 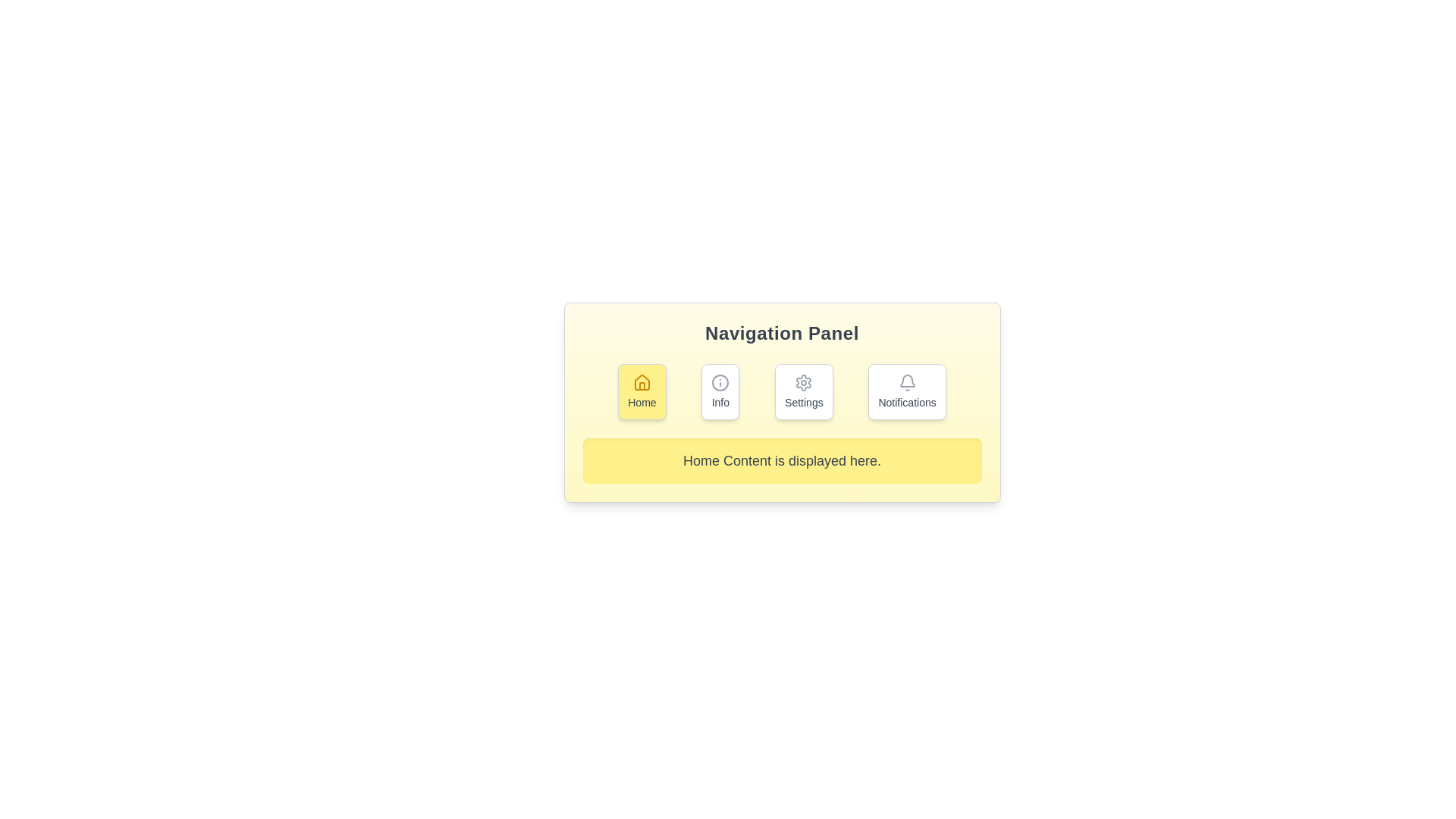 I want to click on the second button from the left in the navigation panel to trigger visual feedback, so click(x=720, y=391).